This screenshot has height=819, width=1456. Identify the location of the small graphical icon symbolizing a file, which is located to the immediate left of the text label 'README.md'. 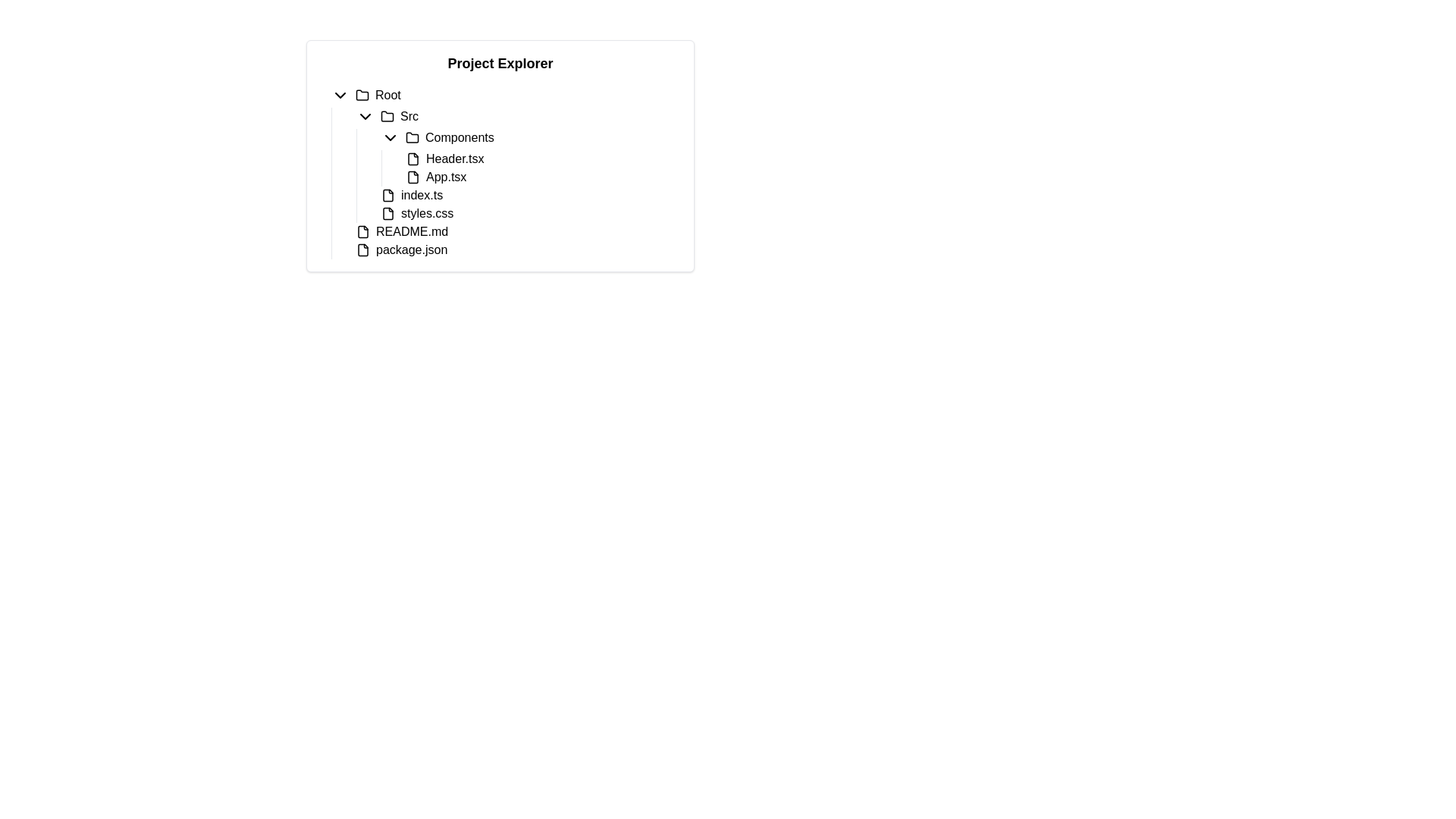
(362, 231).